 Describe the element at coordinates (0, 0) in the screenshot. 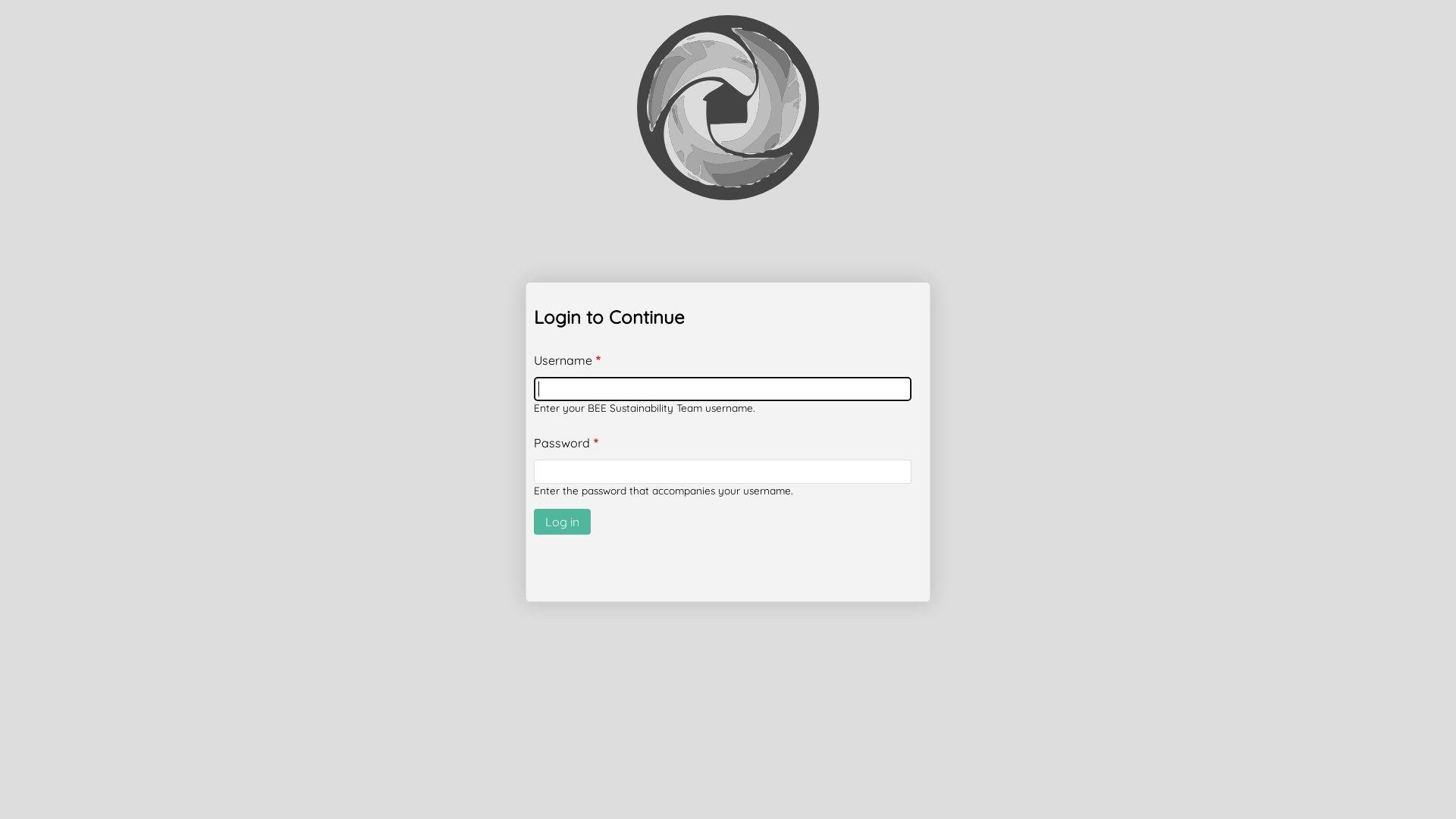

I see `'Skip to main content'` at that location.